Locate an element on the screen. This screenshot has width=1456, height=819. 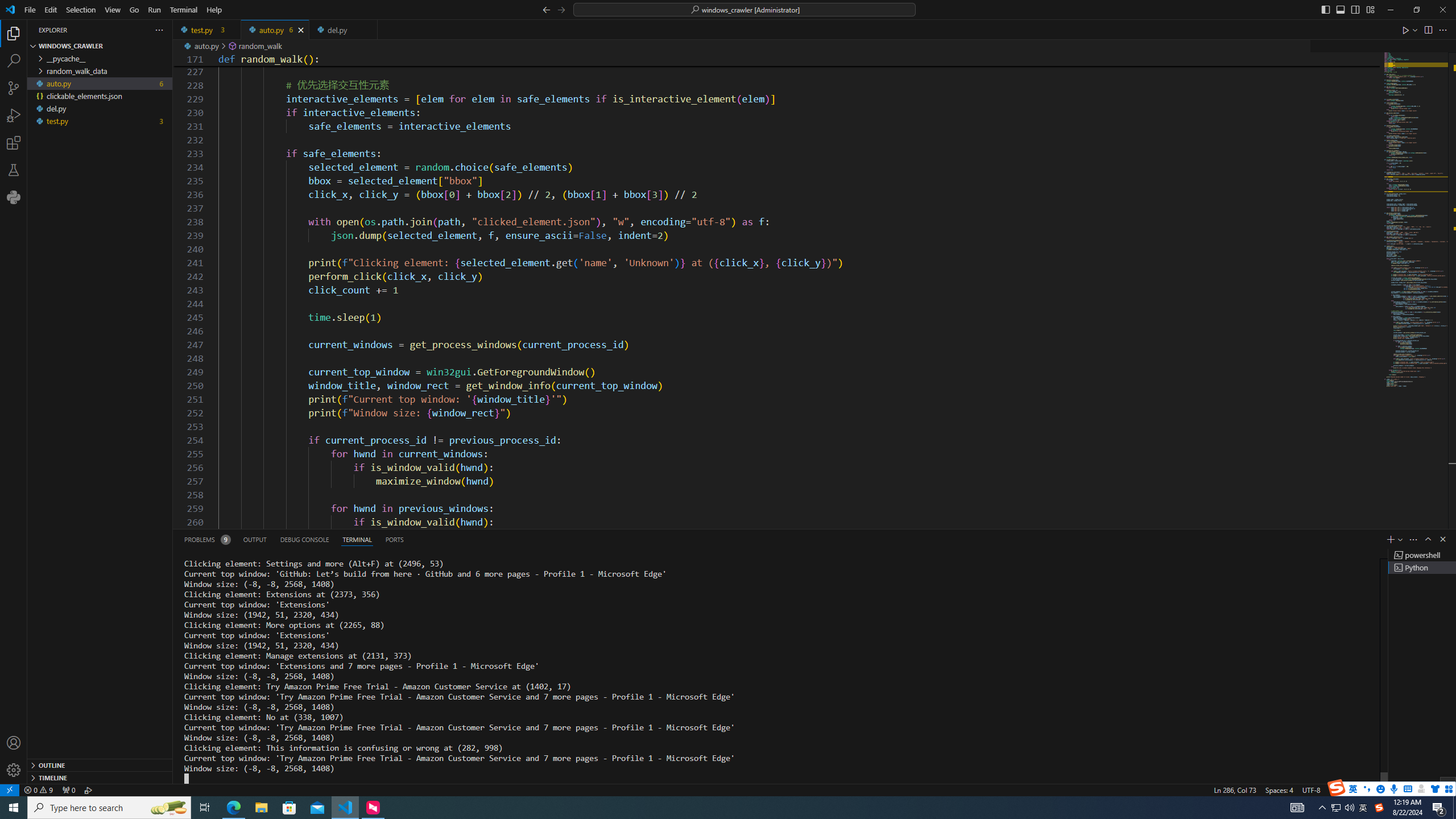
'Source Control (Ctrl+Shift+G)' is located at coordinates (14, 87).